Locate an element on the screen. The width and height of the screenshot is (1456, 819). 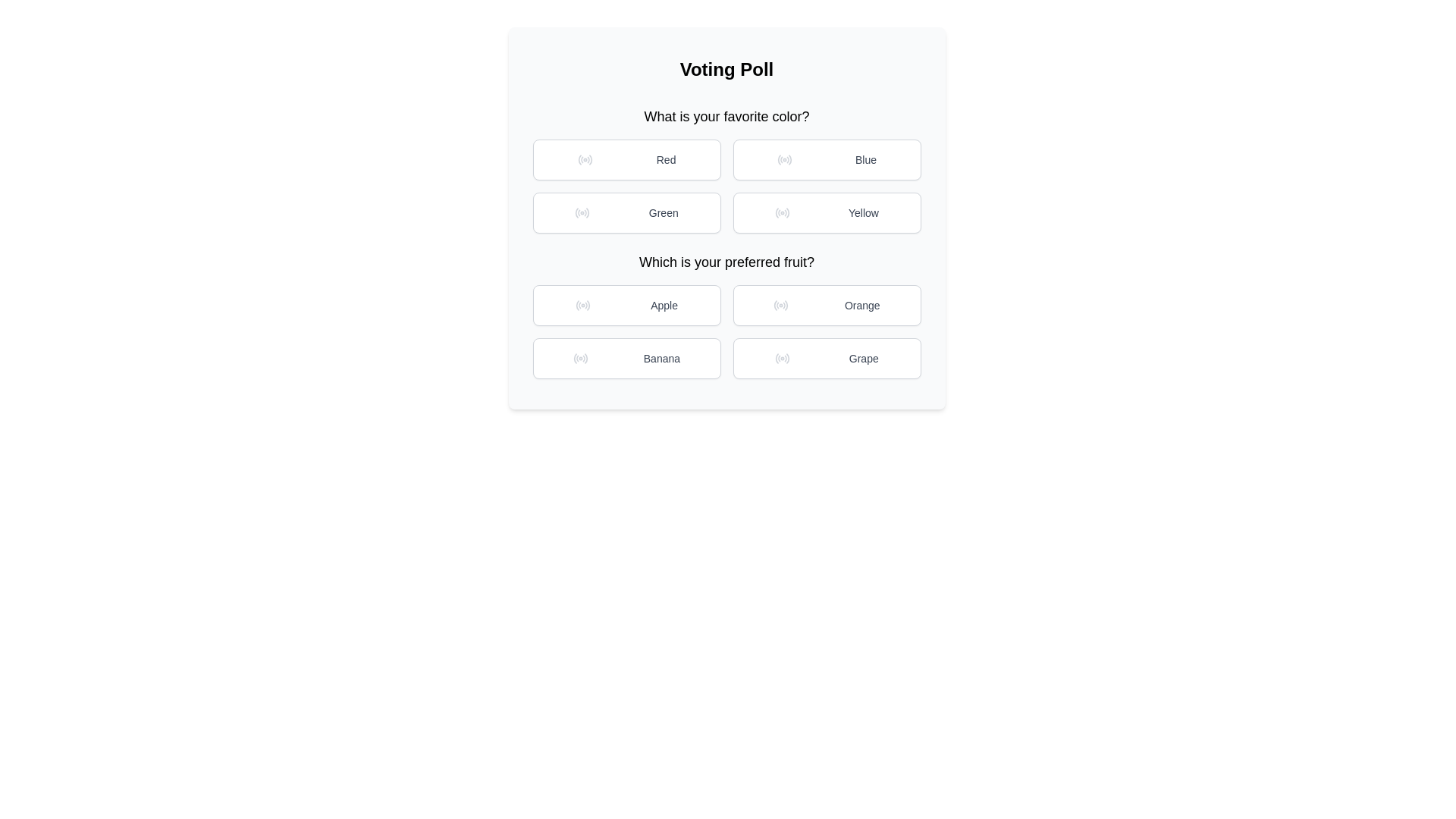
text label that indicates 'Blue' as the user's favorite color option in the poll interface, positioned in the second option group under the question 'What is your favorite color?' is located at coordinates (866, 160).